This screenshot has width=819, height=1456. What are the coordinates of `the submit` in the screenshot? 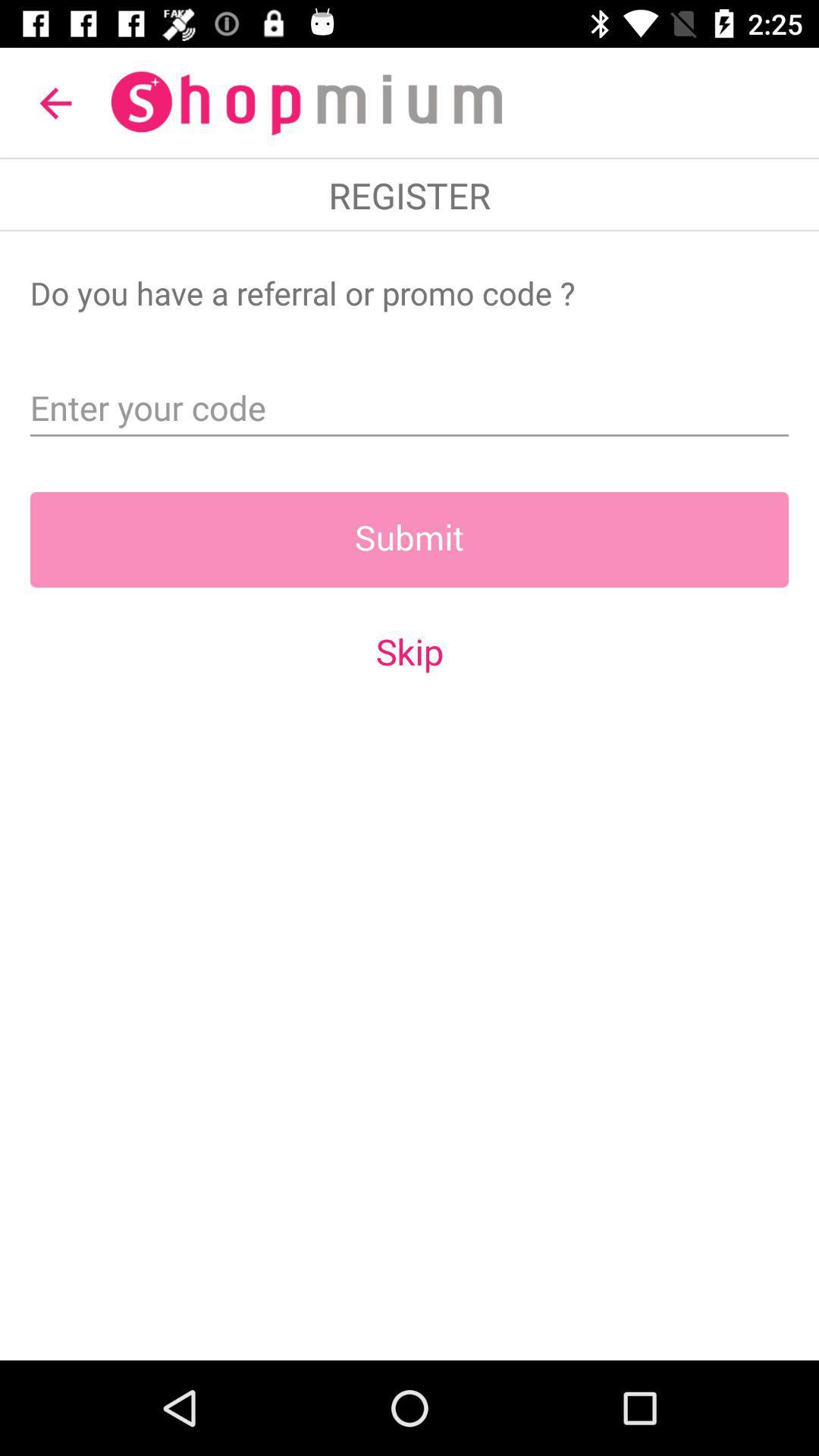 It's located at (409, 539).